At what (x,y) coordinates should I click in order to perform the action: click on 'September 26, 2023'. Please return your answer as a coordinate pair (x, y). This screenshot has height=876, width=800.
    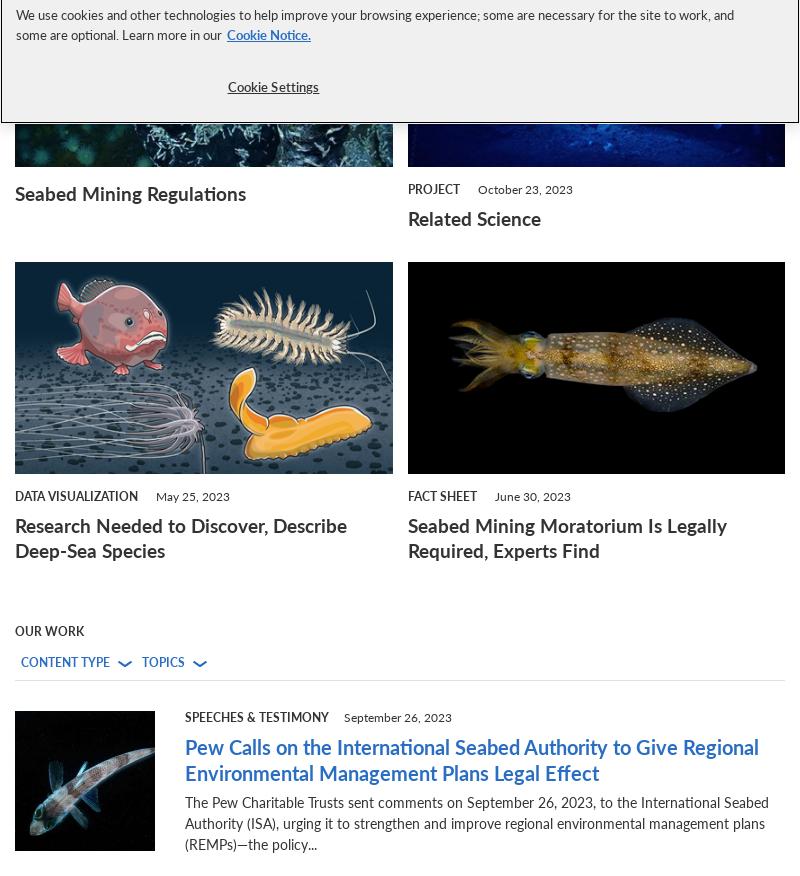
    Looking at the image, I should click on (397, 716).